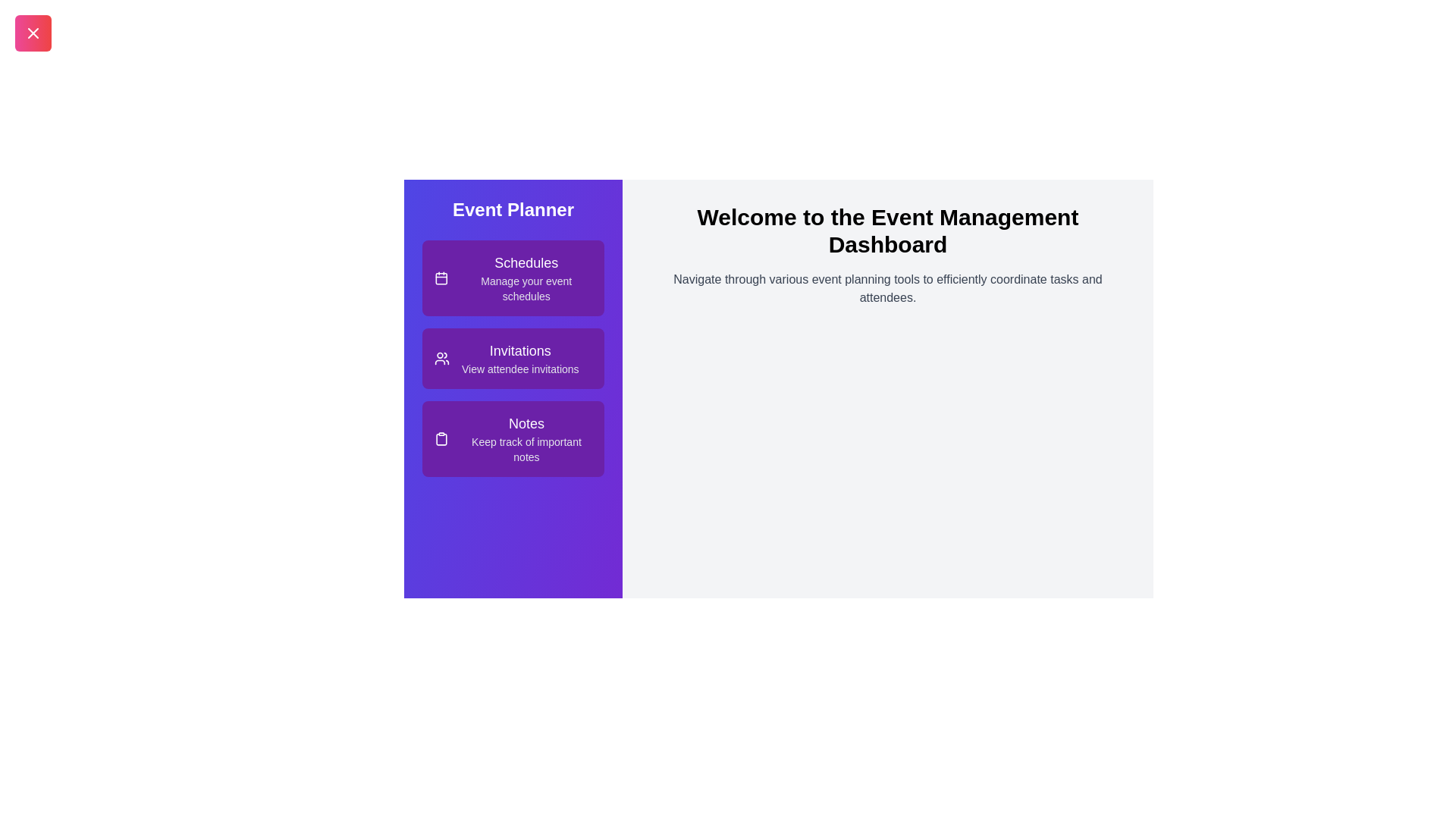  I want to click on the text 'Welcome to the Event Management Dashboard' to read it, so click(888, 231).